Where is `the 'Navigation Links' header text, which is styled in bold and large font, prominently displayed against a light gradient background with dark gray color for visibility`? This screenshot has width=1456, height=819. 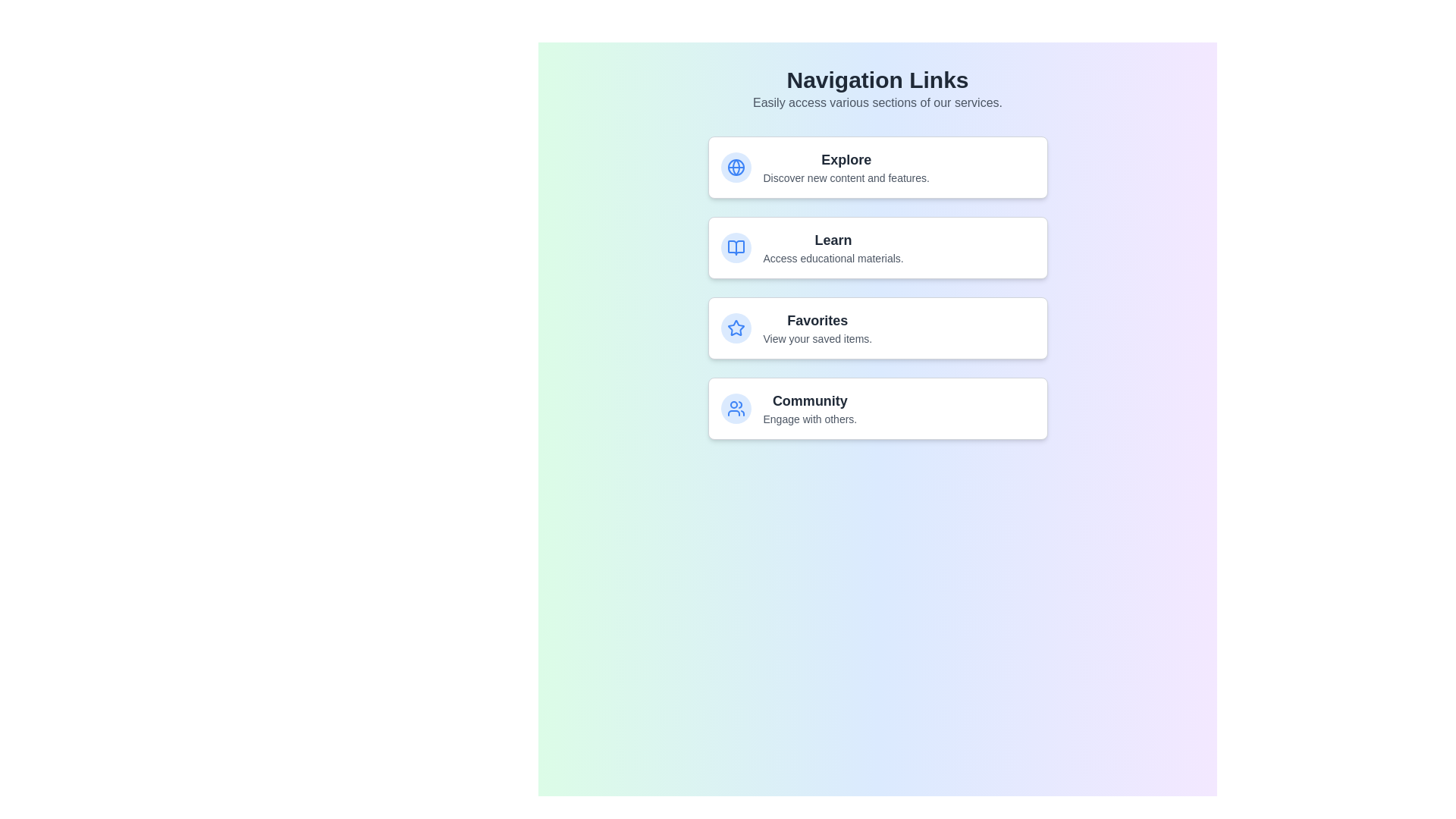 the 'Navigation Links' header text, which is styled in bold and large font, prominently displayed against a light gradient background with dark gray color for visibility is located at coordinates (877, 80).